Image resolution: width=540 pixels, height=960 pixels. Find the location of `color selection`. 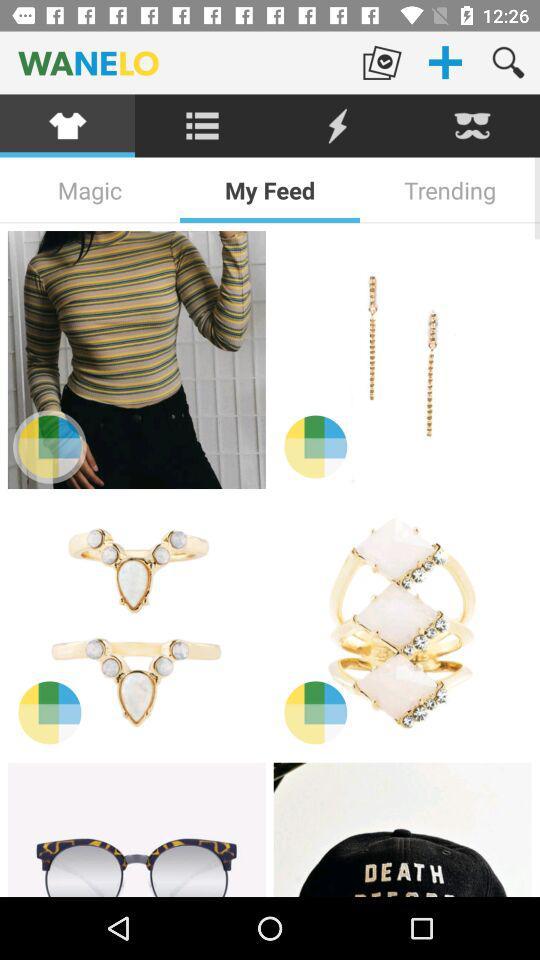

color selection is located at coordinates (49, 446).